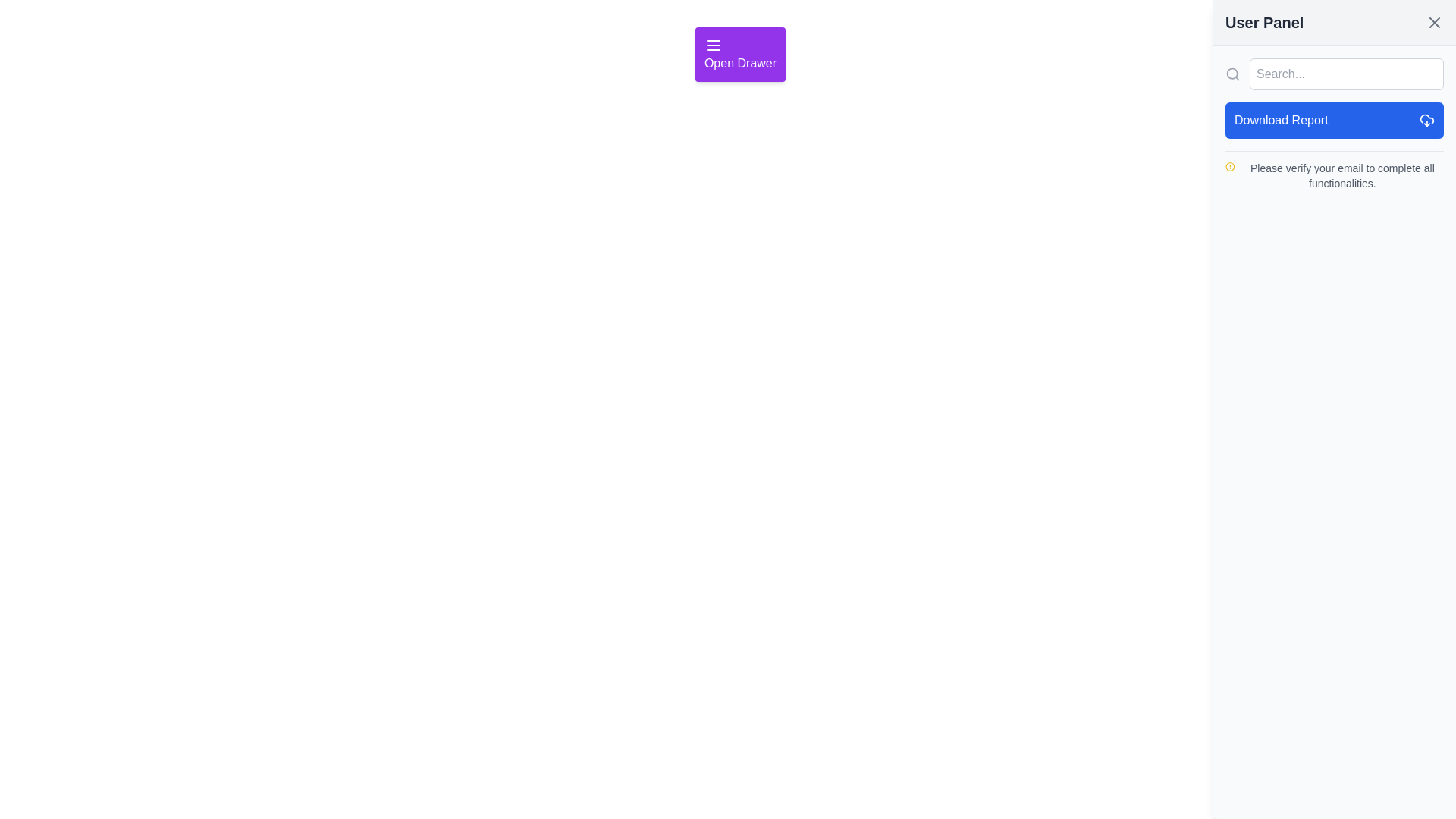  What do you see at coordinates (1335, 174) in the screenshot?
I see `informational message prompting the user to verify their email, located near the bottom of the 'User Panel' sidebar, directly under the 'Download Report' button` at bounding box center [1335, 174].